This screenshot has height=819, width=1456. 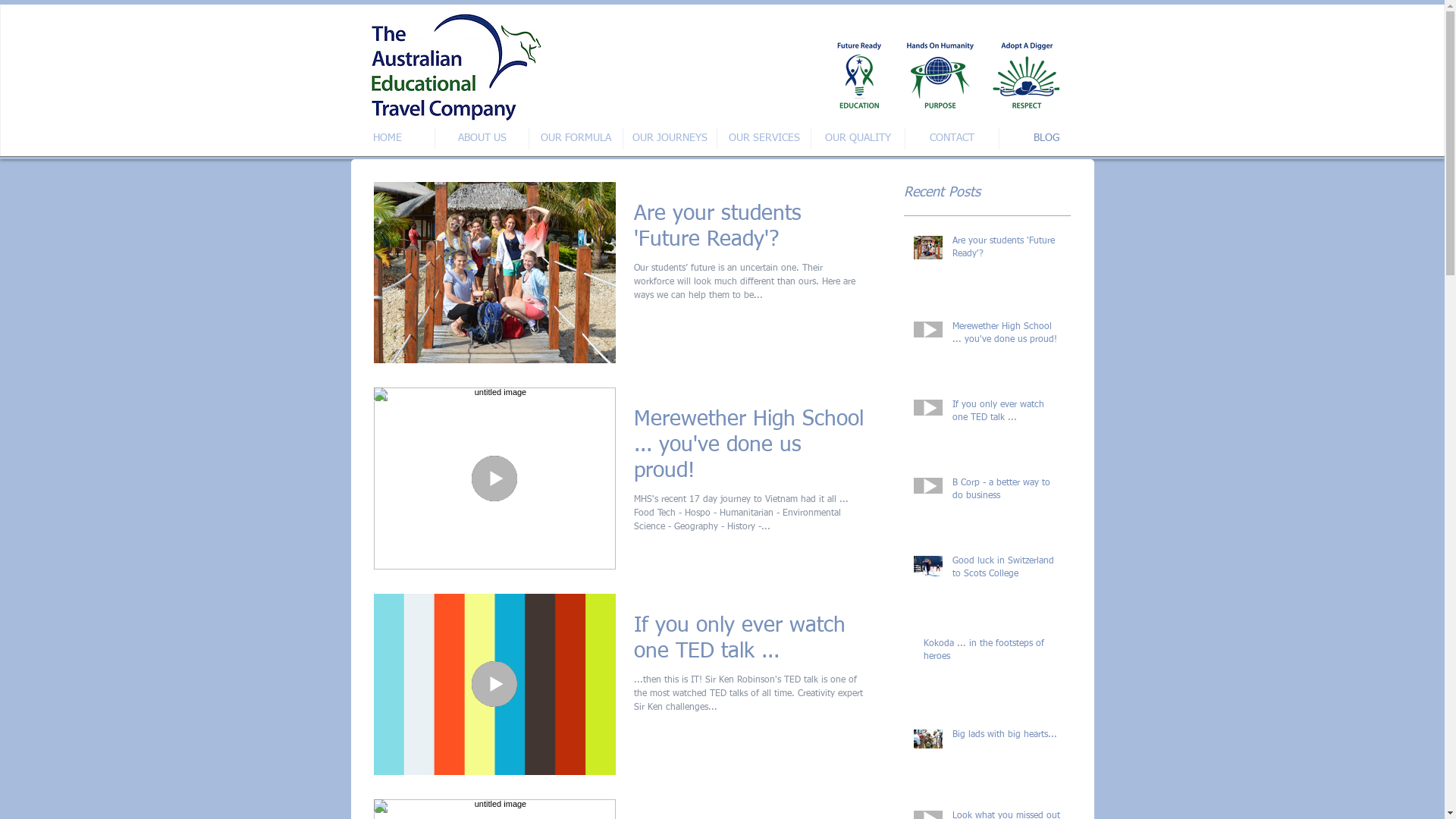 I want to click on 'BLOG', so click(x=1045, y=138).